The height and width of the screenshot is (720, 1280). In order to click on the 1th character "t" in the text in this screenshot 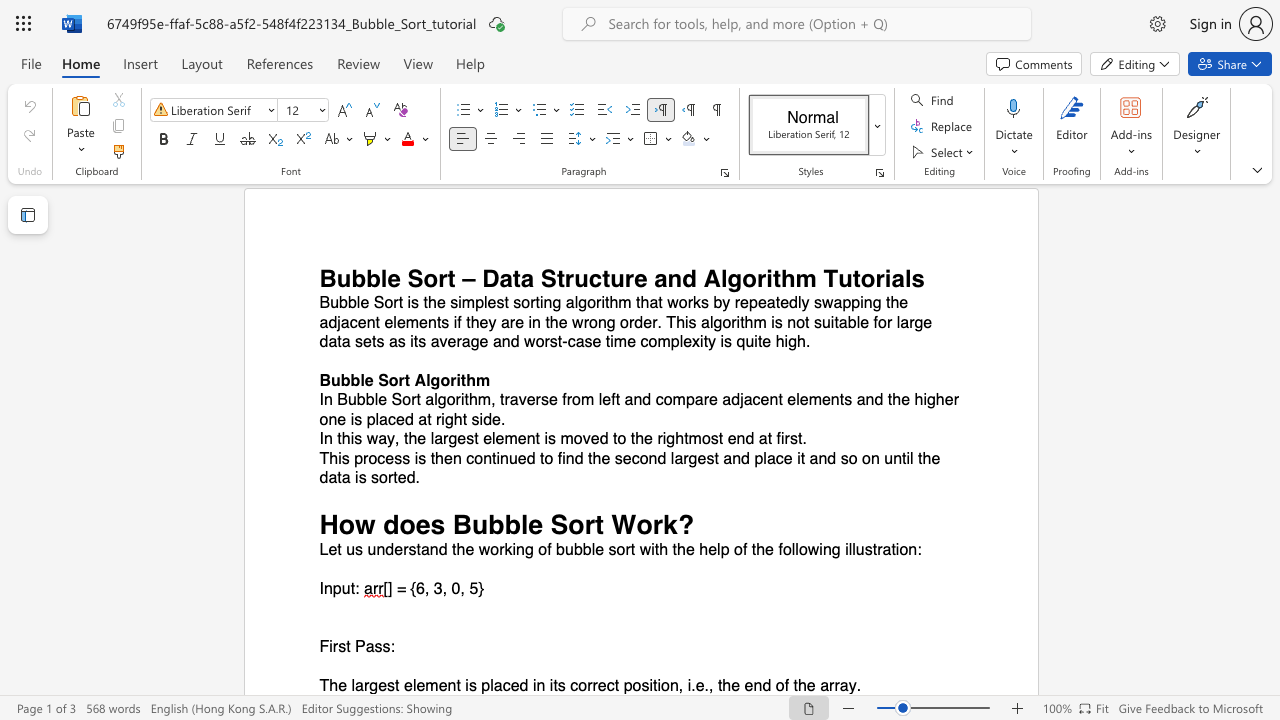, I will do `click(397, 685)`.